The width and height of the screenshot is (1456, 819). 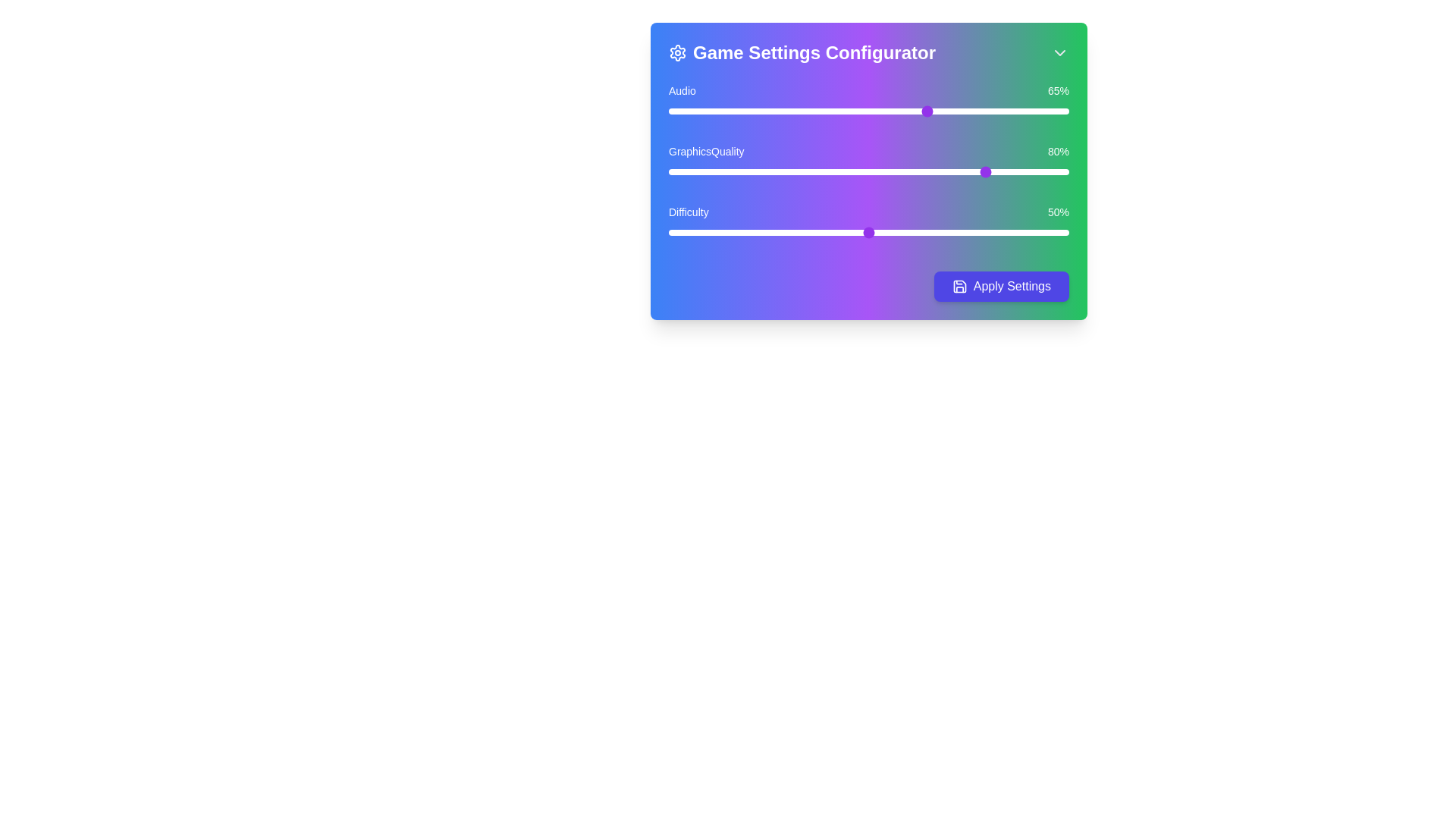 What do you see at coordinates (959, 287) in the screenshot?
I see `the icon associated with the 'Apply Settings' button located in the bottom right corner of the interface` at bounding box center [959, 287].